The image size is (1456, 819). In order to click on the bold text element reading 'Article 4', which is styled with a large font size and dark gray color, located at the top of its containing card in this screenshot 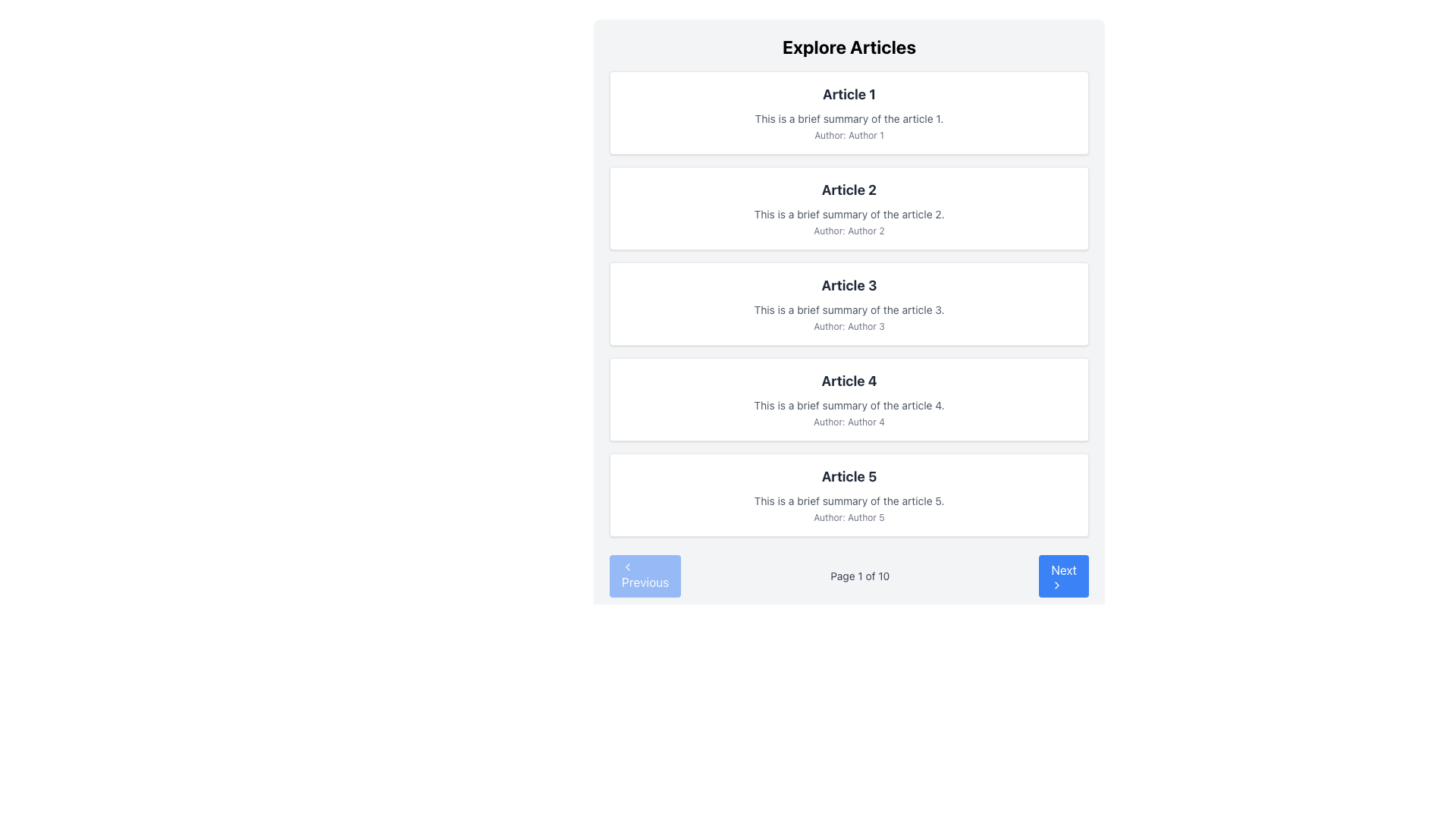, I will do `click(848, 380)`.